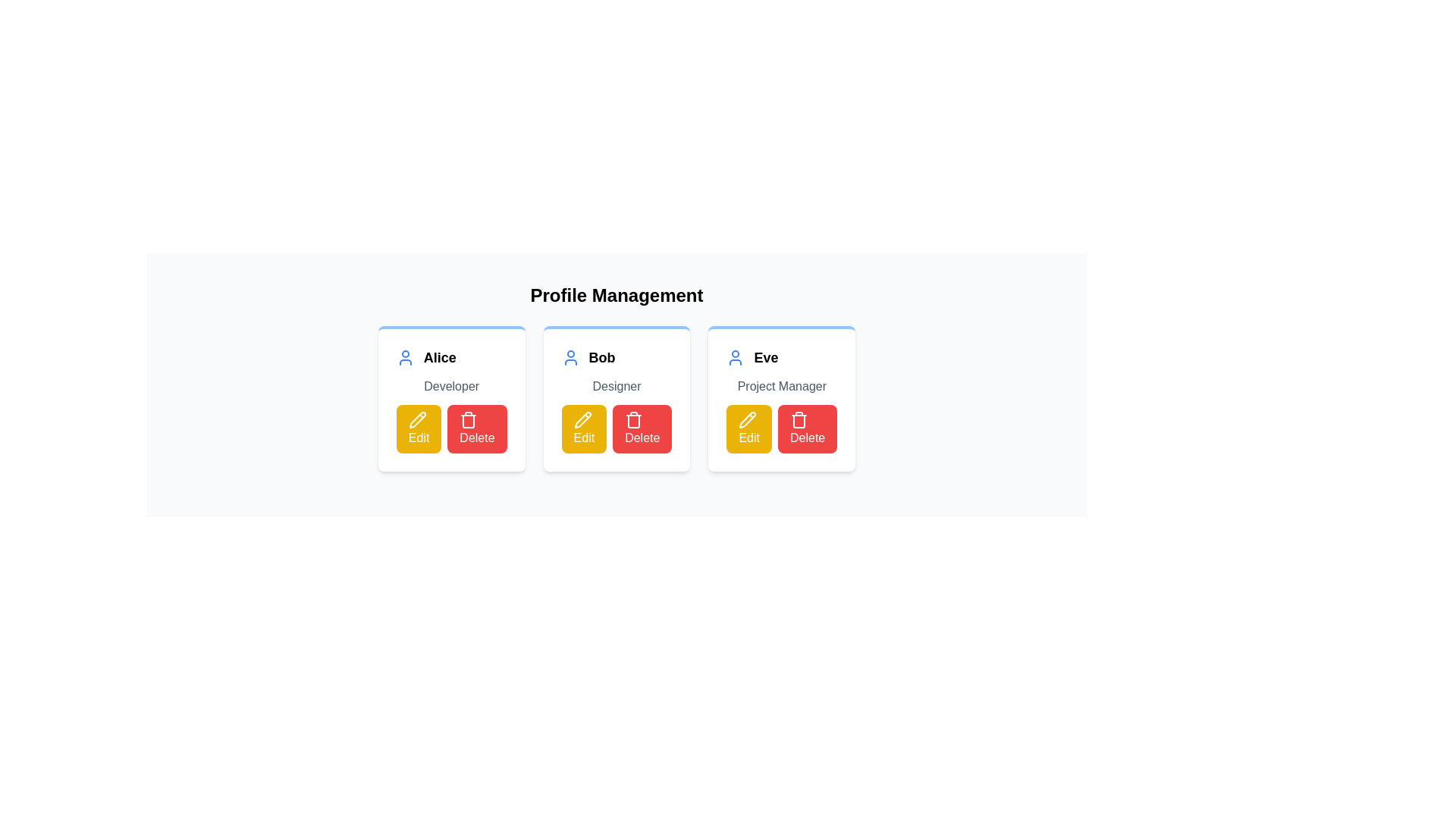 The image size is (1456, 819). Describe the element at coordinates (749, 429) in the screenshot. I see `the 'Edit' button with a yellow background and a pencil icon to potentially reveal a tooltip` at that location.